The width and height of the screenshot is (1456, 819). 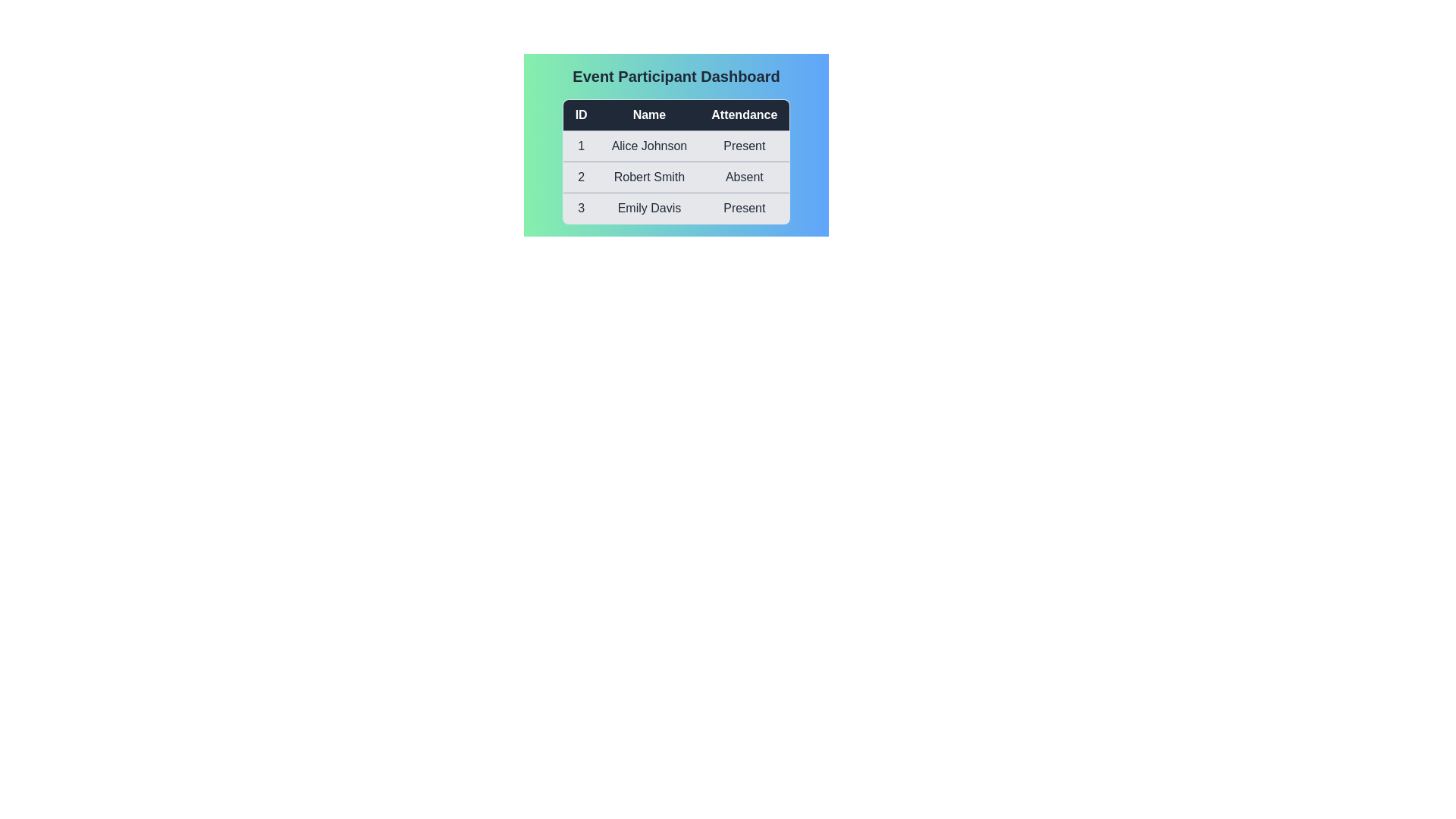 I want to click on attendance data of the participant 'Alice Johnson' with ID '1' marked as 'Present' from the first table row below the headers, so click(x=676, y=146).